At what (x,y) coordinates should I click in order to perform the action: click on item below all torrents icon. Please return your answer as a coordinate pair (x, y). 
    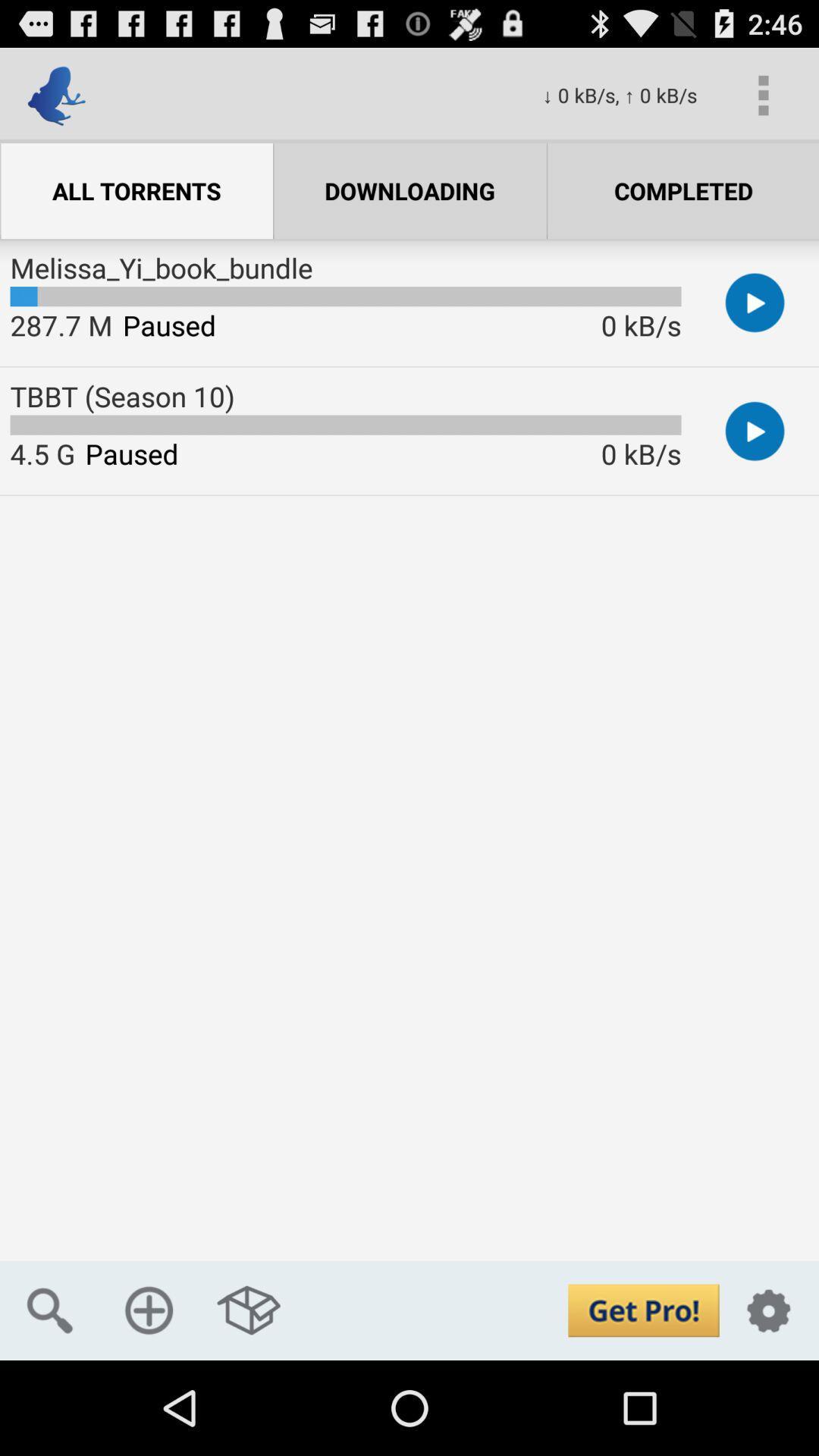
    Looking at the image, I should click on (161, 268).